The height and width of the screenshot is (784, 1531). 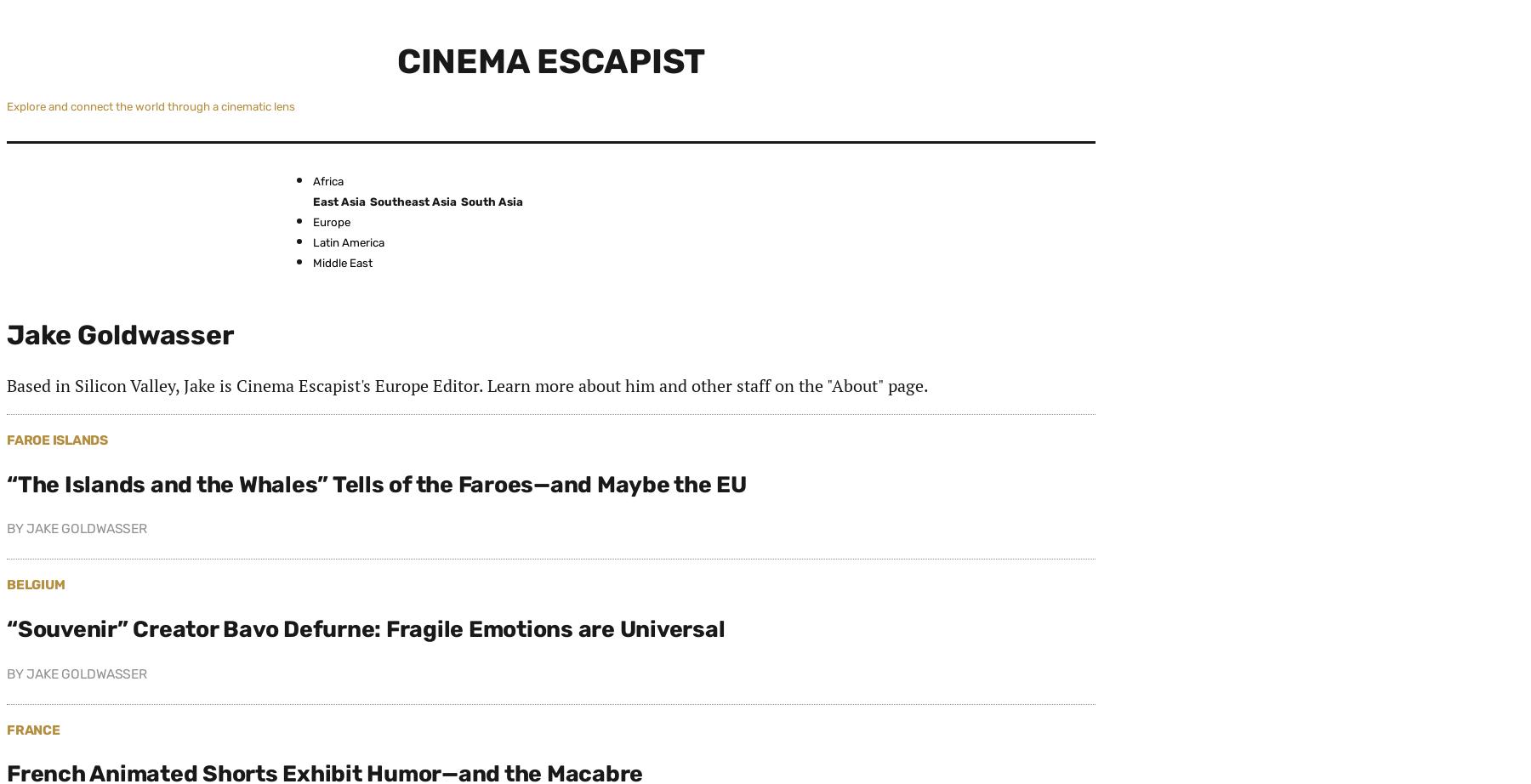 I want to click on 'South Asia', so click(x=492, y=200).